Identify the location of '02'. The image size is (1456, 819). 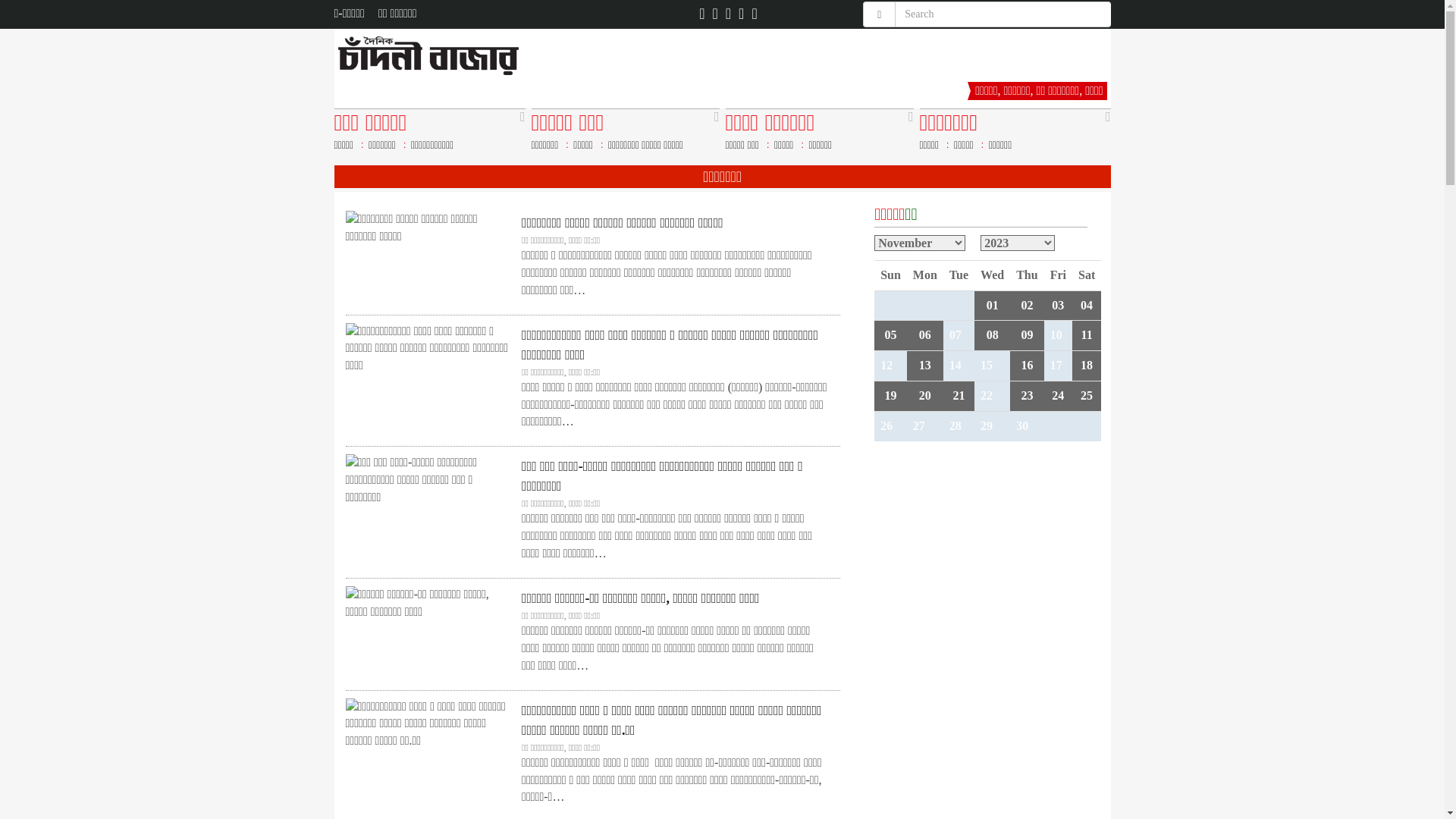
(1026, 305).